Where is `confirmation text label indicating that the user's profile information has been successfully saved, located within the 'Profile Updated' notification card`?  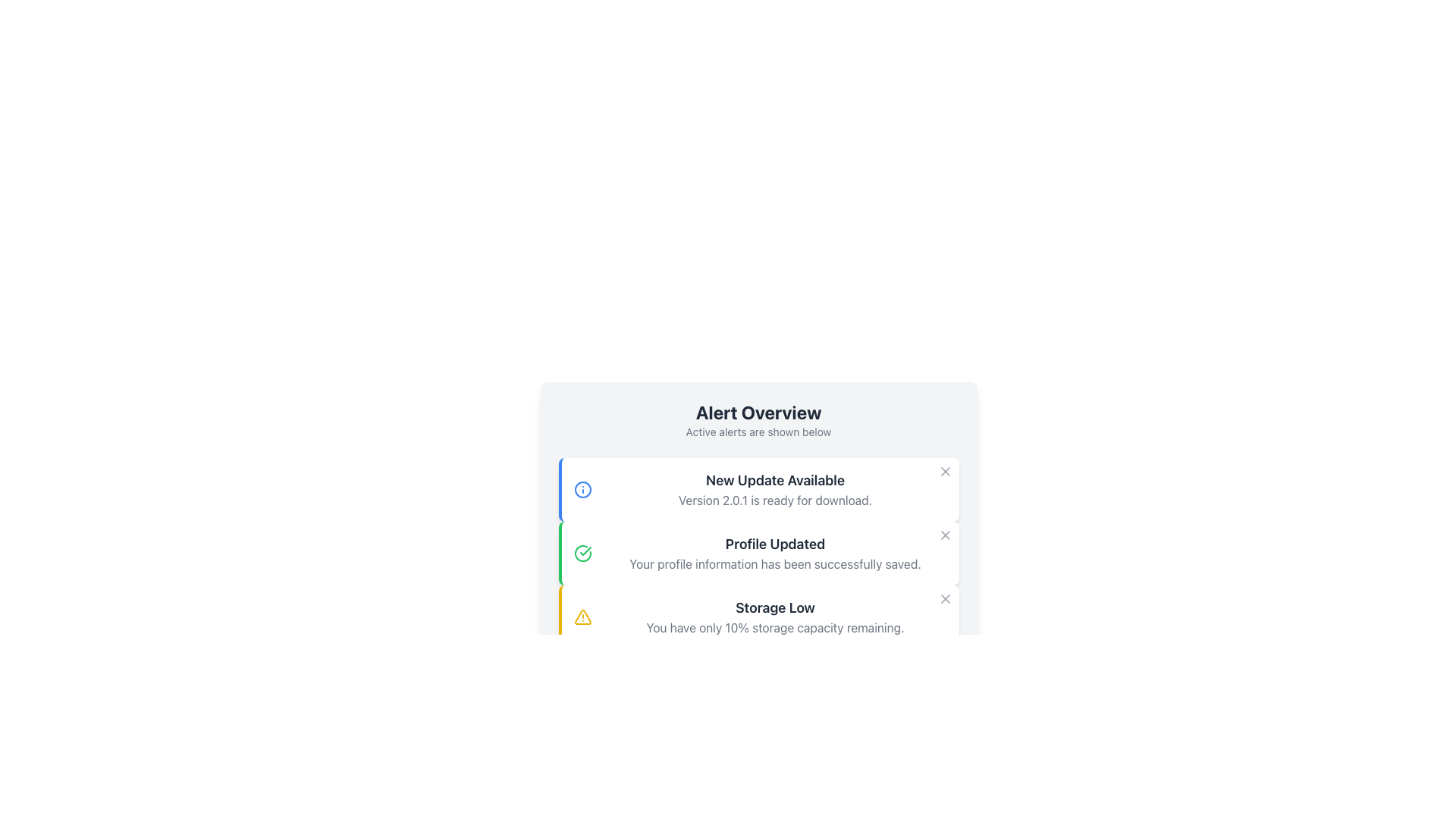 confirmation text label indicating that the user's profile information has been successfully saved, located within the 'Profile Updated' notification card is located at coordinates (775, 564).